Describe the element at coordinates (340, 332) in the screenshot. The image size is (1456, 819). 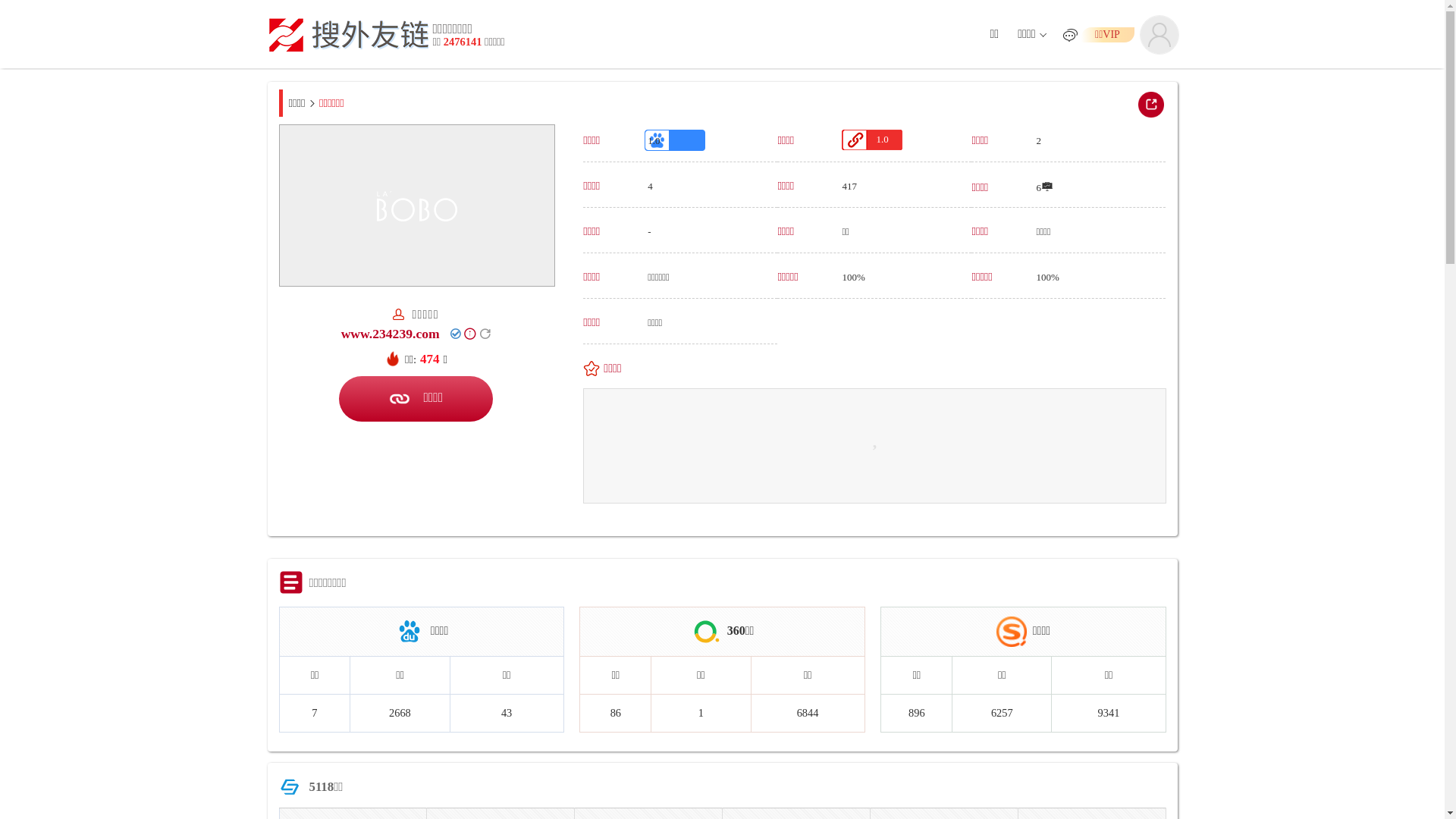
I see `'www.234239.com'` at that location.